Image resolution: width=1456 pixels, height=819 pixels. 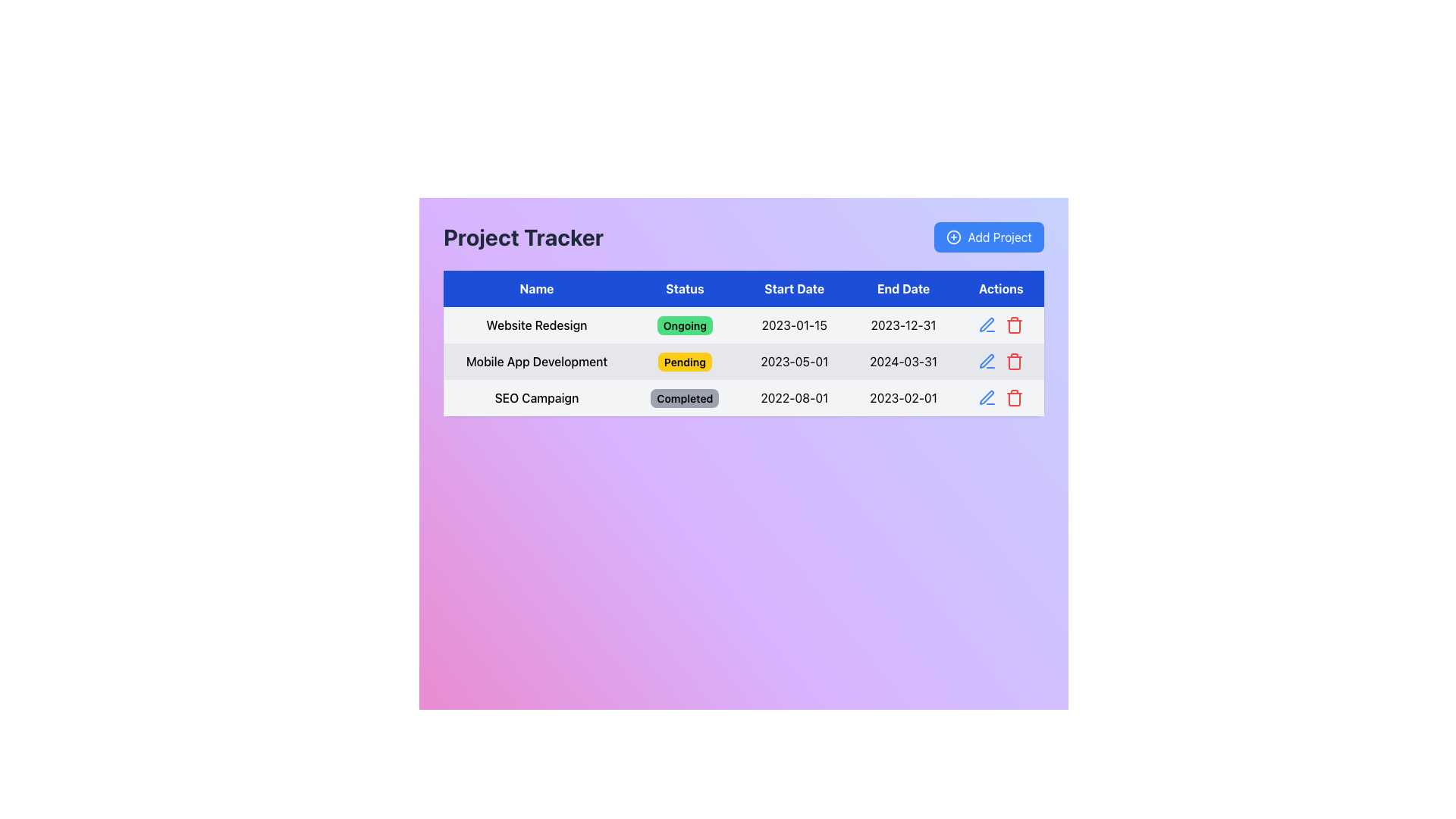 What do you see at coordinates (743, 324) in the screenshot?
I see `the links or buttons within the first row of the project table for 'Website Redesign', which is styled with a light gray background and contains project status 'Ongoing'` at bounding box center [743, 324].